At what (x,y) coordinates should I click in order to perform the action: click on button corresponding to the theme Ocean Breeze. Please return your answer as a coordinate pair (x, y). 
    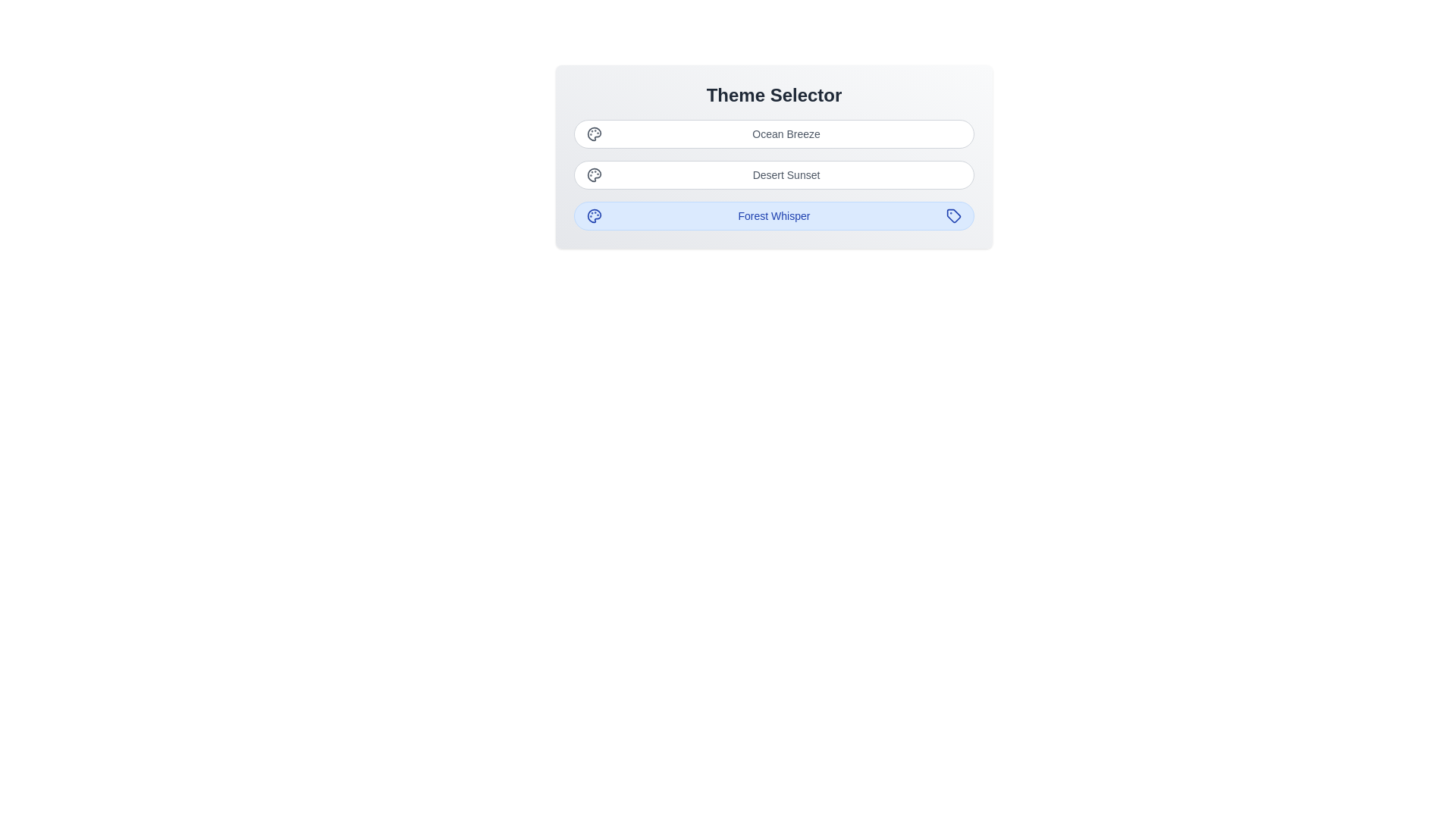
    Looking at the image, I should click on (774, 133).